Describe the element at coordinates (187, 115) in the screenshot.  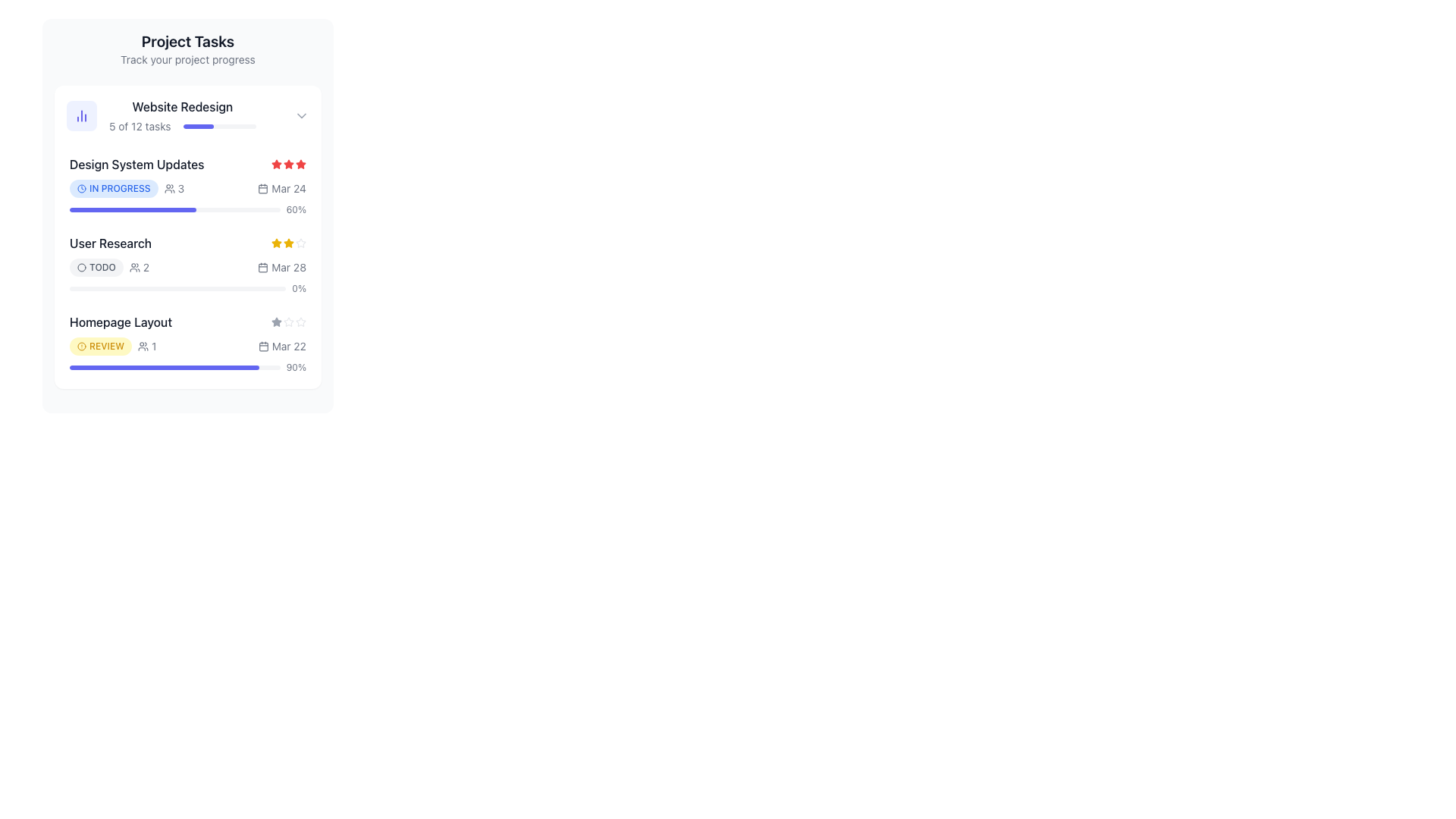
I see `the Task summary component with the title 'Website Redesign'` at that location.